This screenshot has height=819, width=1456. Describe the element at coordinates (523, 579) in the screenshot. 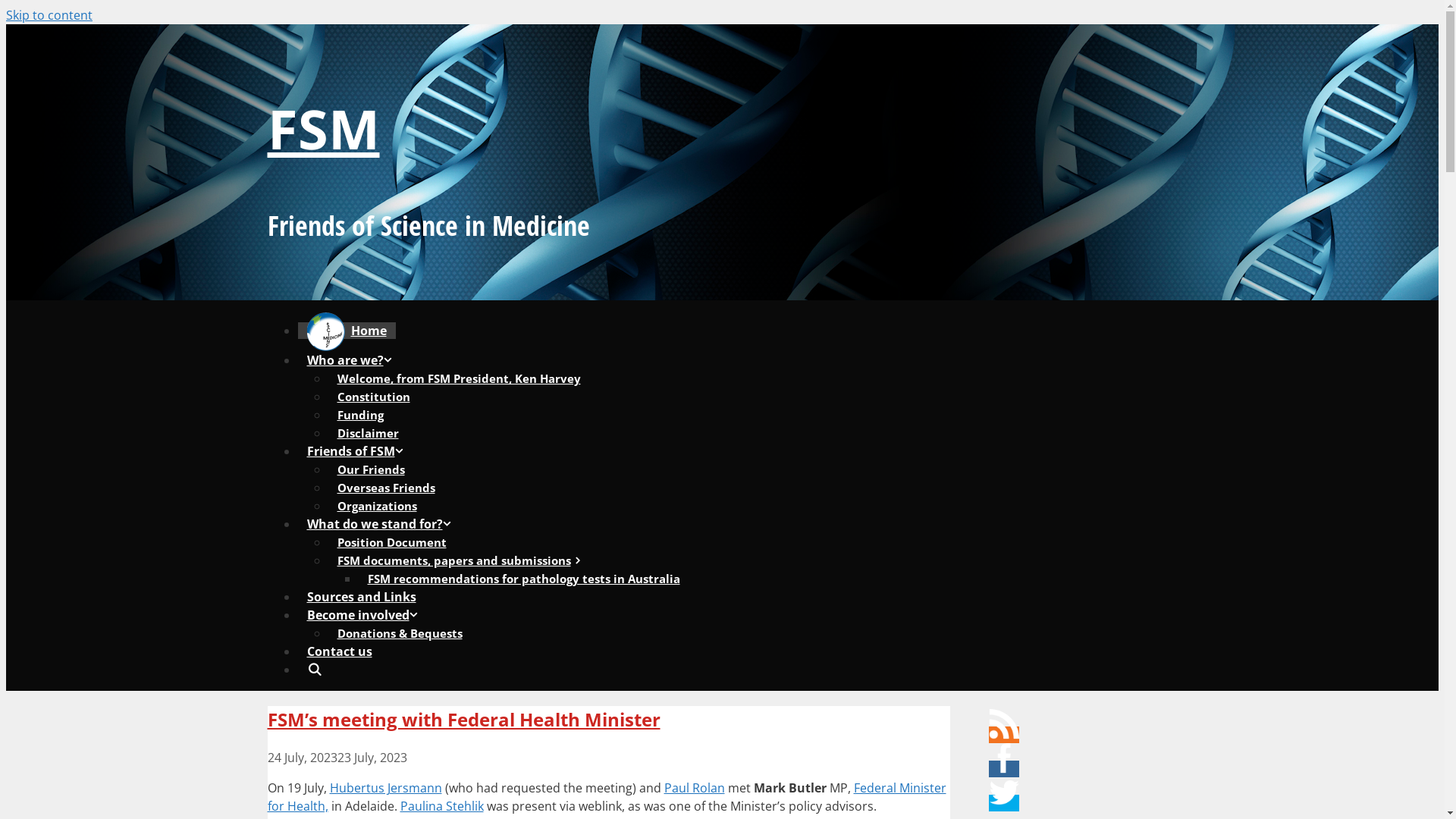

I see `'FSM recommendations for pathology tests in Australia'` at that location.